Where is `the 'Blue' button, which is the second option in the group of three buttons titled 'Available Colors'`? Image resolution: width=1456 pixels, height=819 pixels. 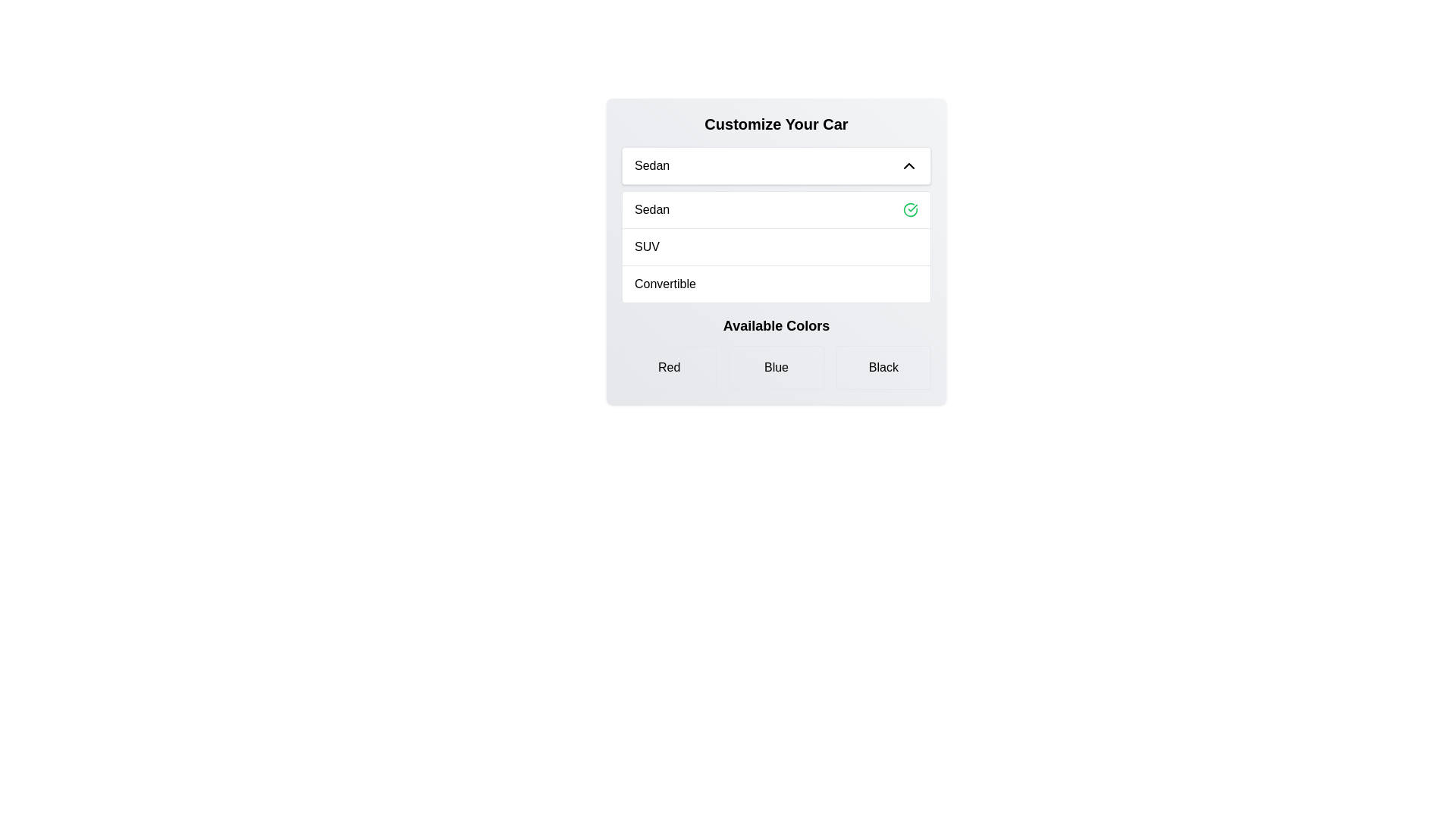
the 'Blue' button, which is the second option in the group of three buttons titled 'Available Colors' is located at coordinates (776, 368).